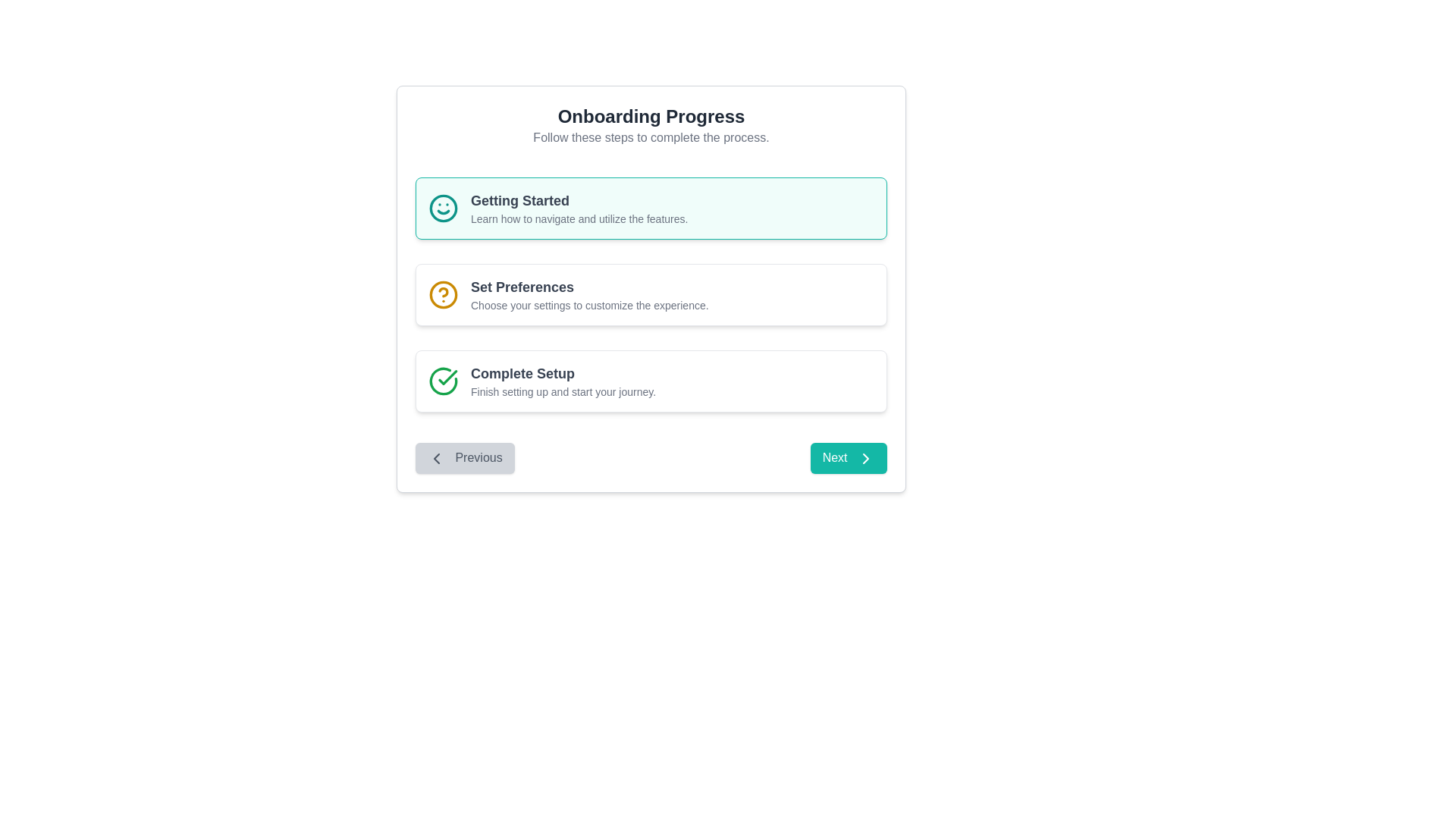 Image resolution: width=1456 pixels, height=819 pixels. Describe the element at coordinates (866, 457) in the screenshot. I see `the forward navigation icon located to the right of the 'Next' text within the 'Next' button at the bottom of the onboarding dialog` at that location.